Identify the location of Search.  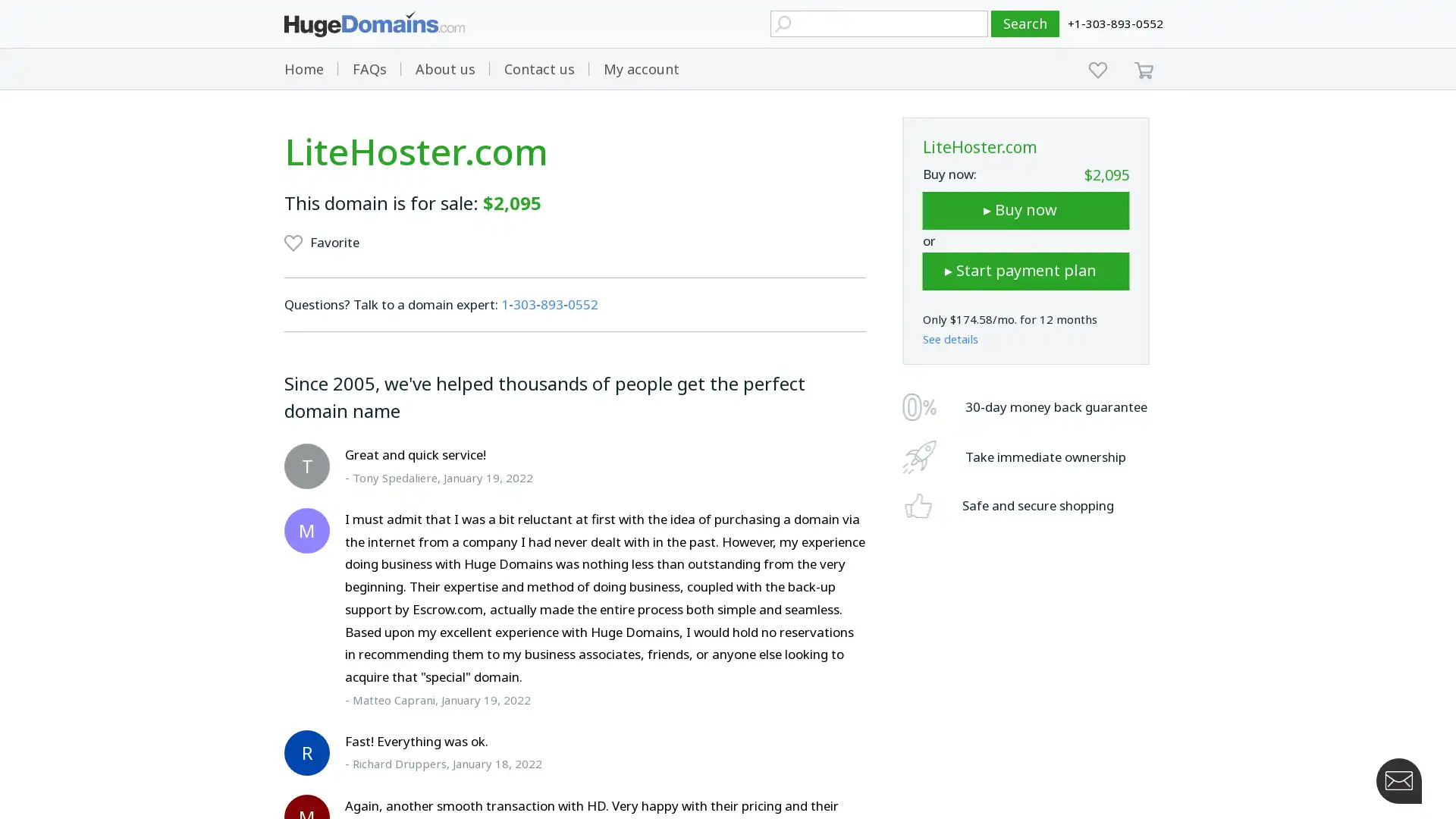
(1025, 24).